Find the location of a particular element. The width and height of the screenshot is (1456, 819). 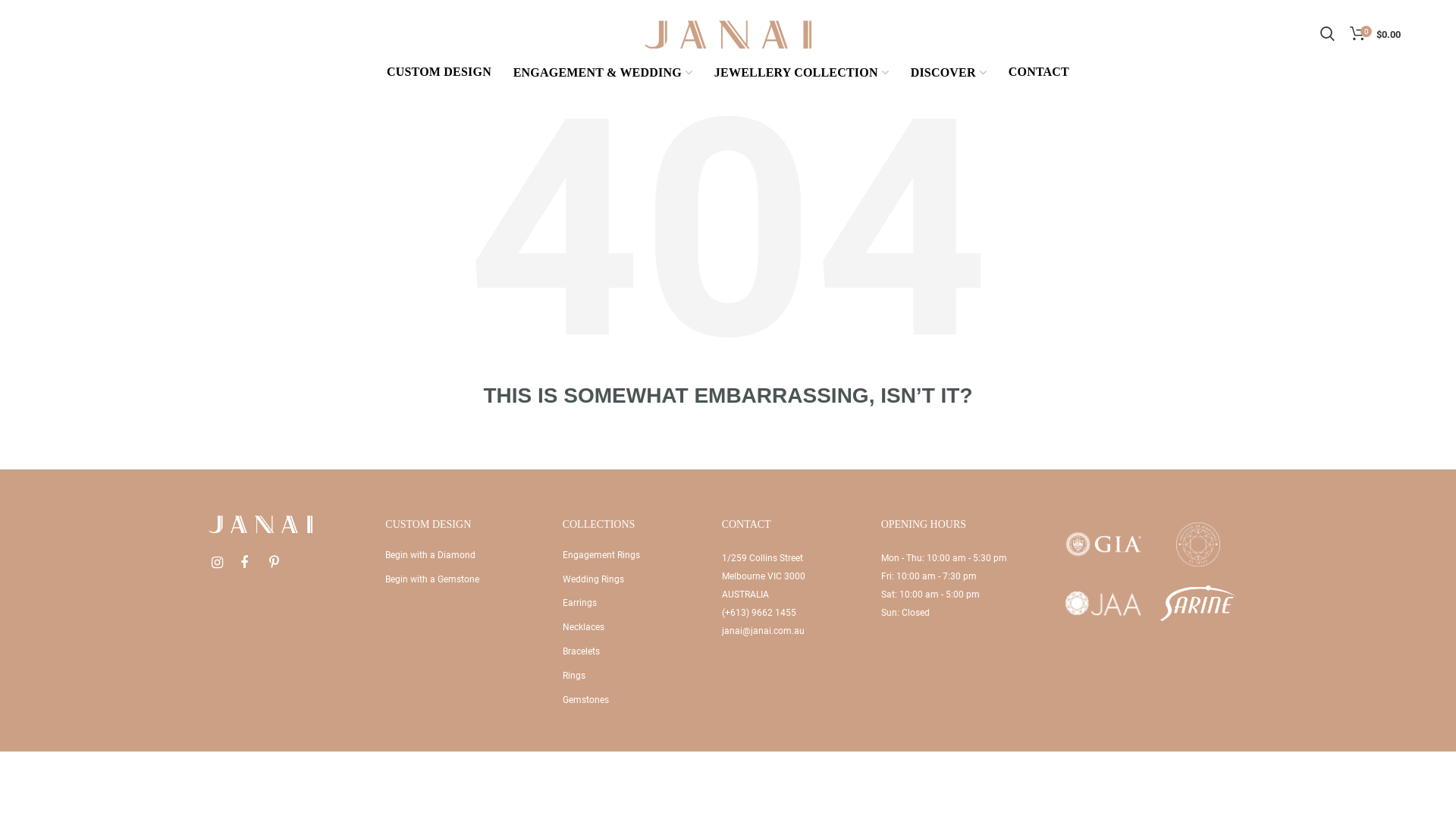

'DISCOVER' is located at coordinates (902, 74).